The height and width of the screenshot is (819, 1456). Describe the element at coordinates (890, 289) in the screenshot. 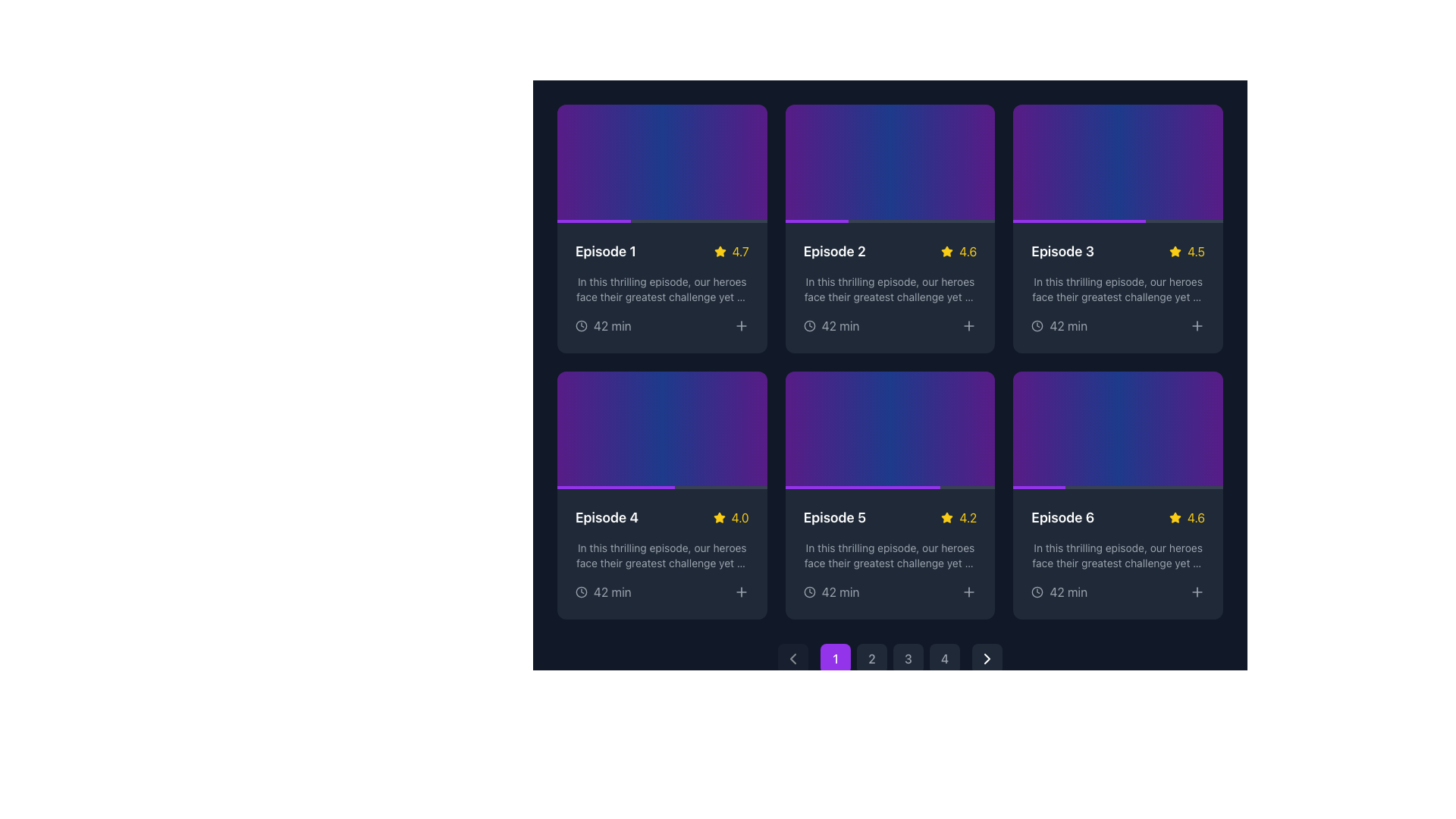

I see `contents of the gray text block providing an overview of Episode 2, located in the center-right area below the title and subtitle` at that location.